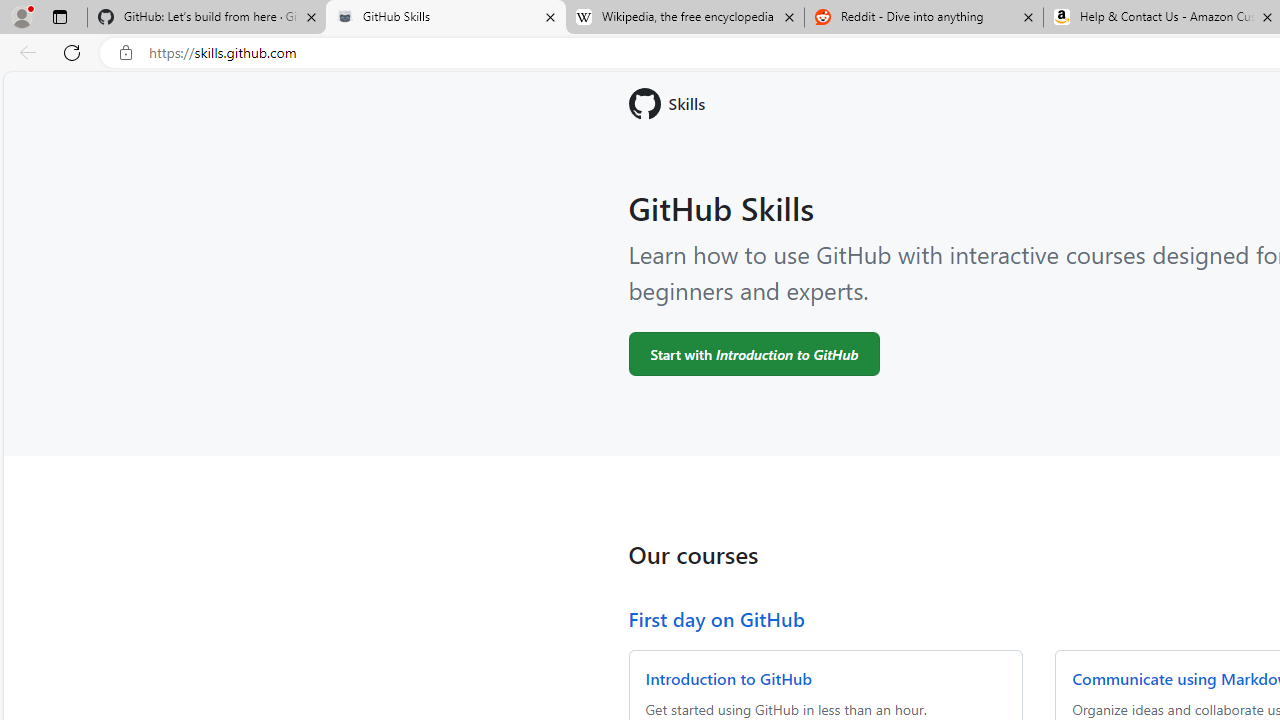  Describe the element at coordinates (716, 617) in the screenshot. I see `'First day on GitHub'` at that location.